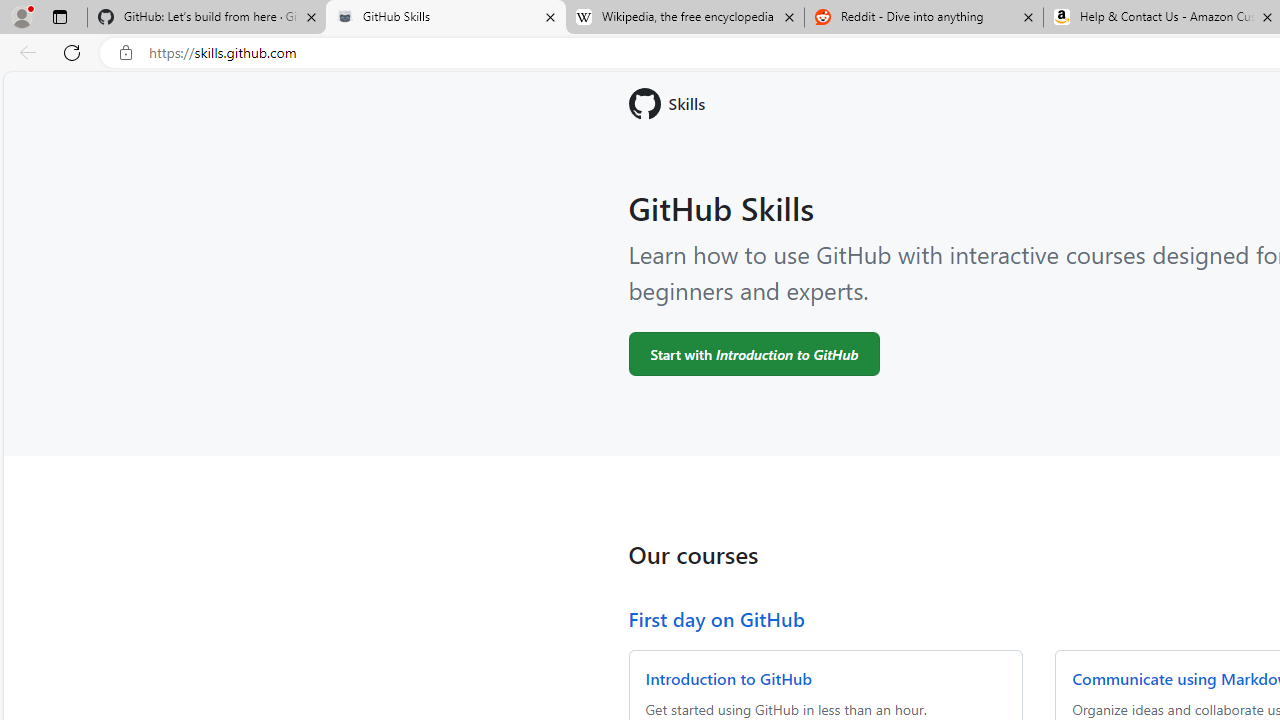  Describe the element at coordinates (716, 617) in the screenshot. I see `'First day on GitHub'` at that location.